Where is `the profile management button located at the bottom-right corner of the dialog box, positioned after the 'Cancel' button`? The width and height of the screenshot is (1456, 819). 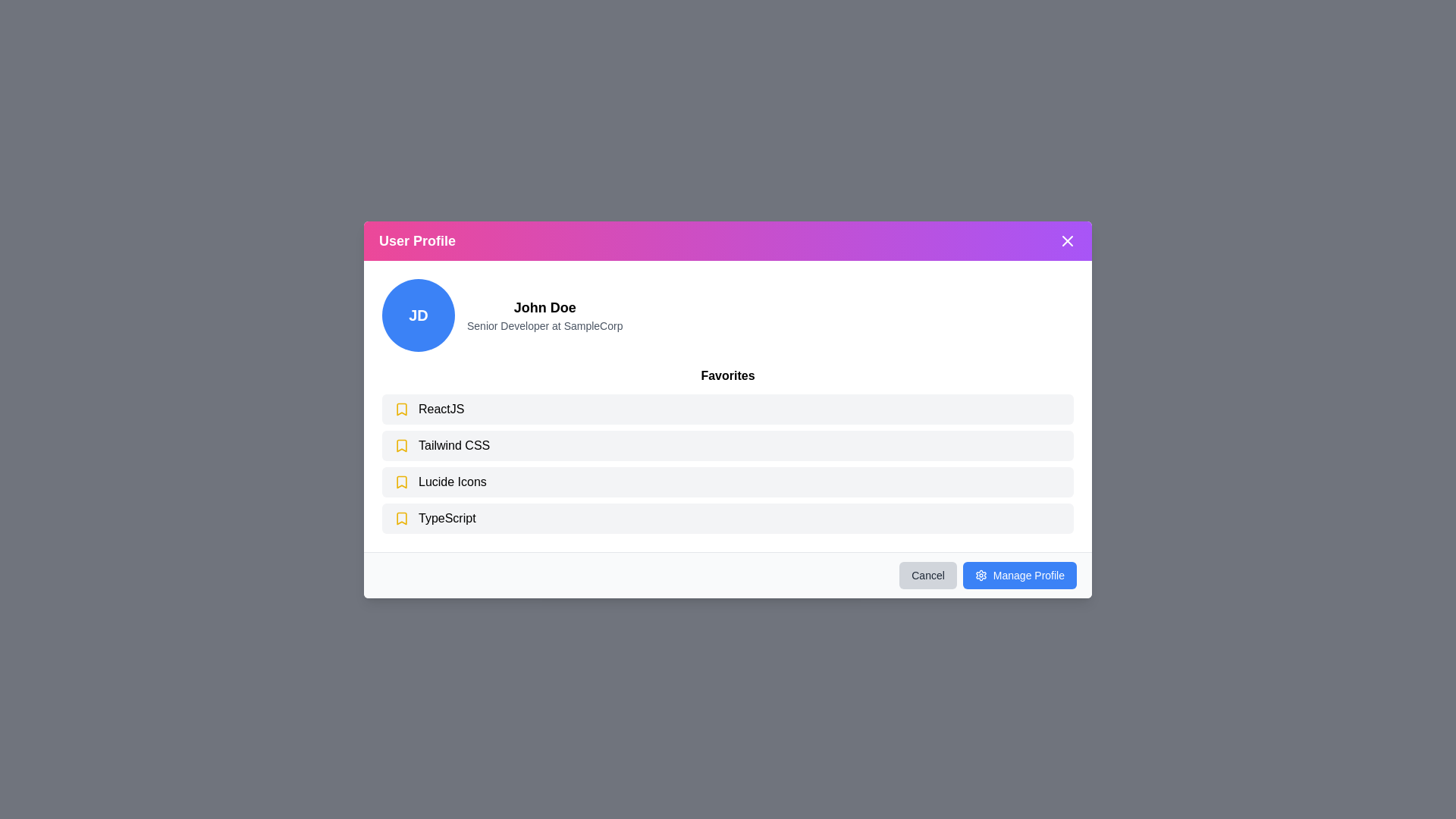 the profile management button located at the bottom-right corner of the dialog box, positioned after the 'Cancel' button is located at coordinates (1019, 575).